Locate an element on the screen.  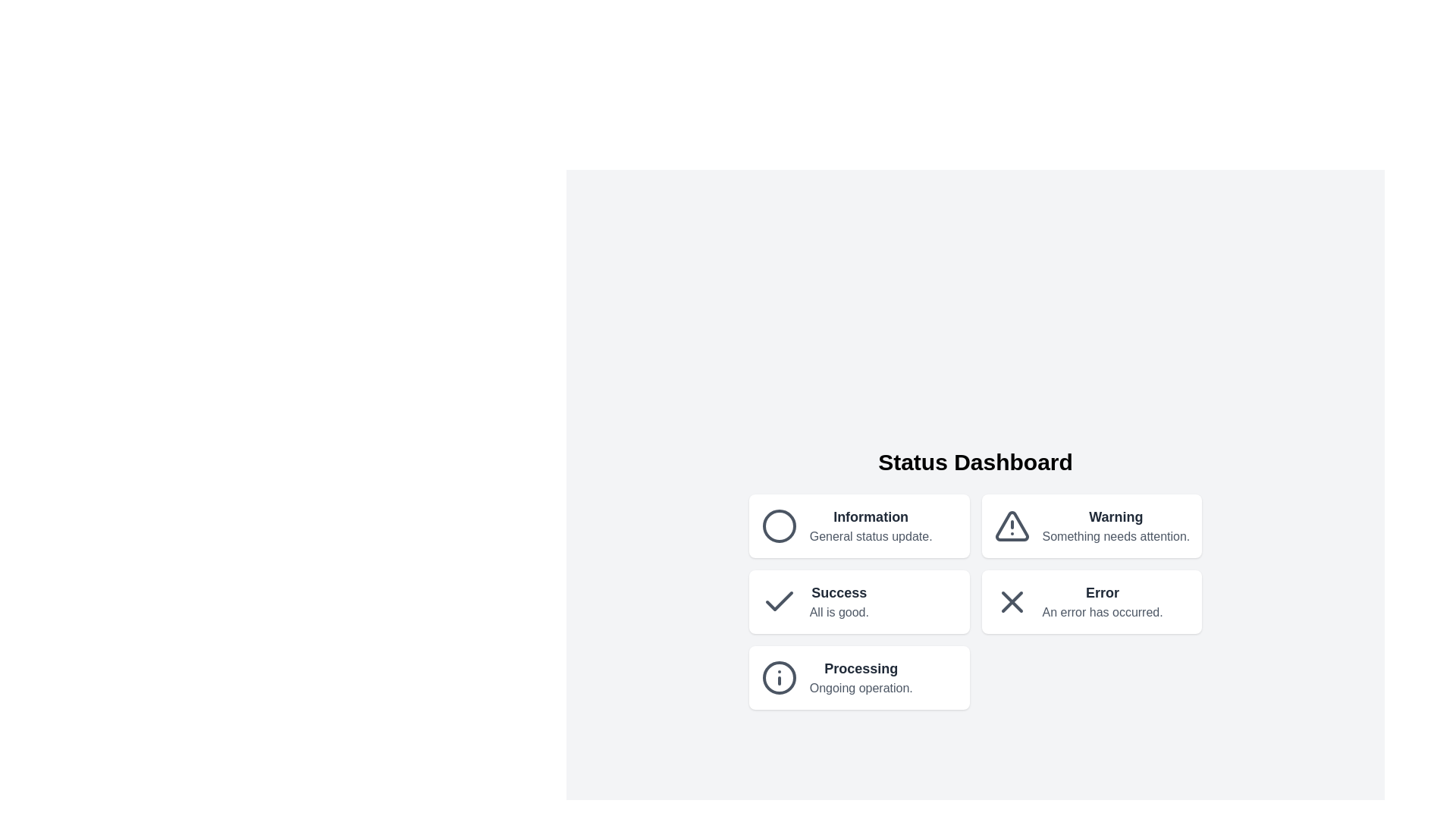
the status indicator text component labeled 'Processing' that provides updates on an ongoing operation is located at coordinates (861, 677).